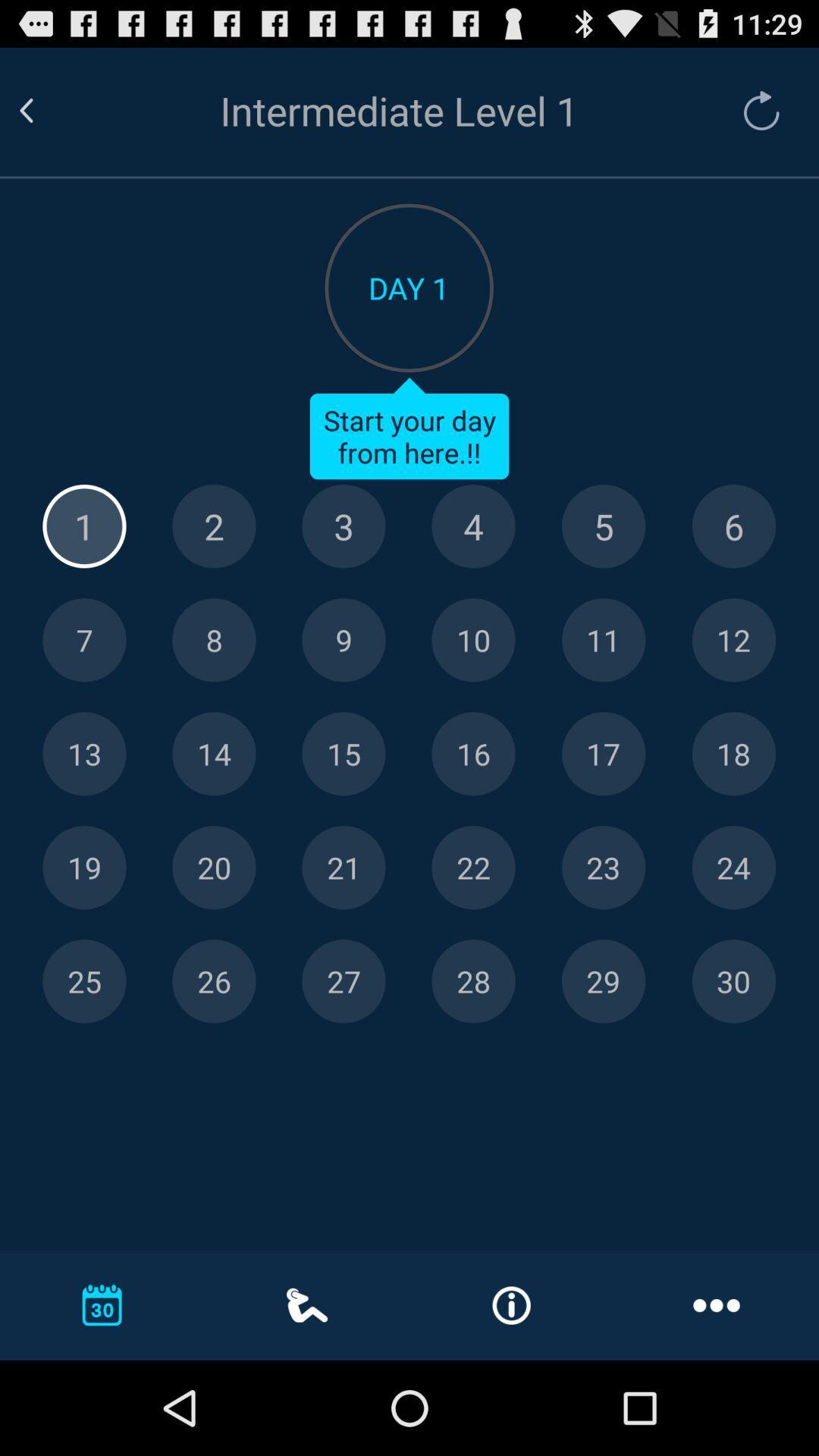 Image resolution: width=819 pixels, height=1456 pixels. Describe the element at coordinates (472, 526) in the screenshot. I see `click on date 4` at that location.